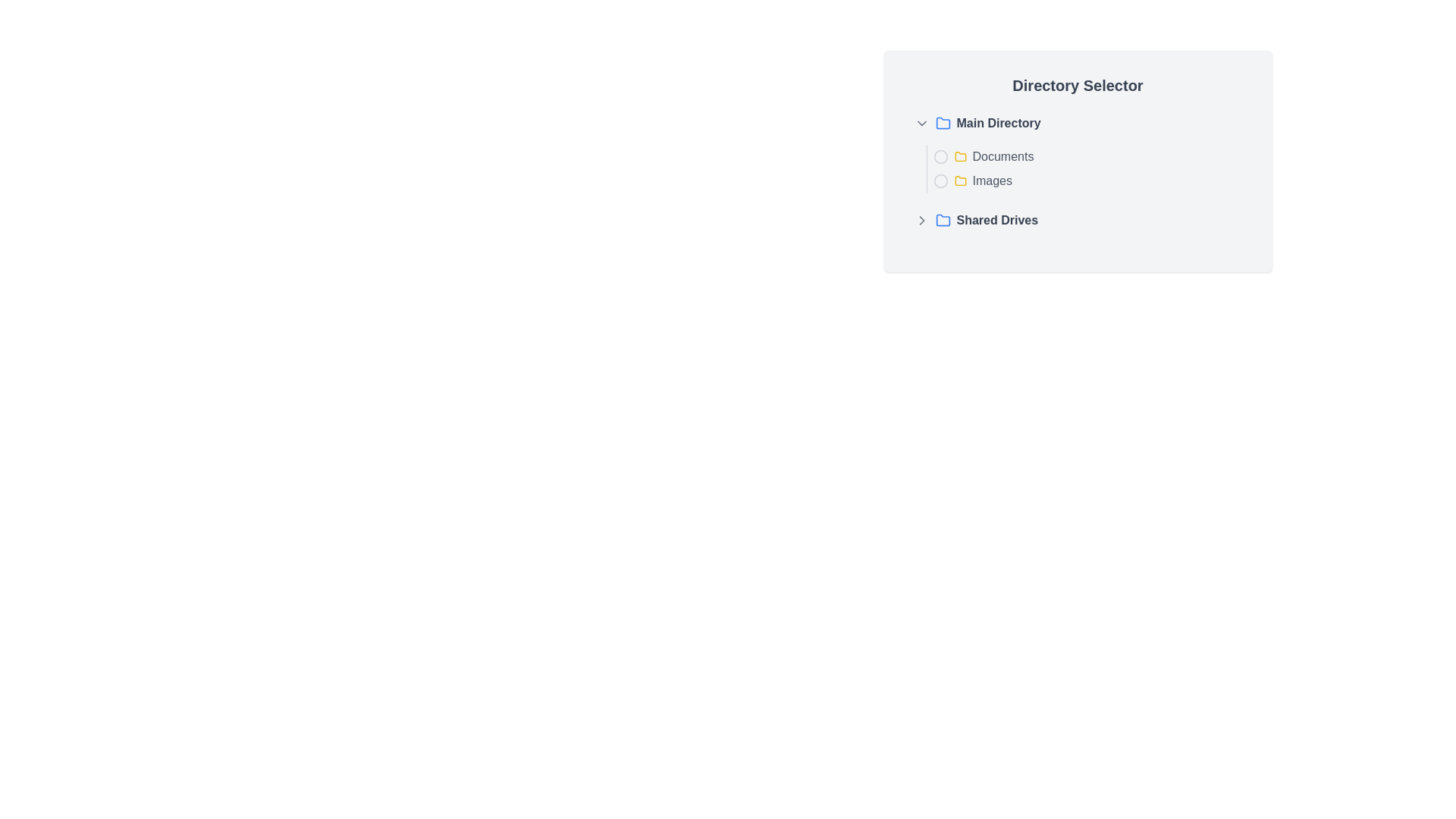 The width and height of the screenshot is (1456, 819). I want to click on the downward-pointing chevron icon, so click(921, 122).